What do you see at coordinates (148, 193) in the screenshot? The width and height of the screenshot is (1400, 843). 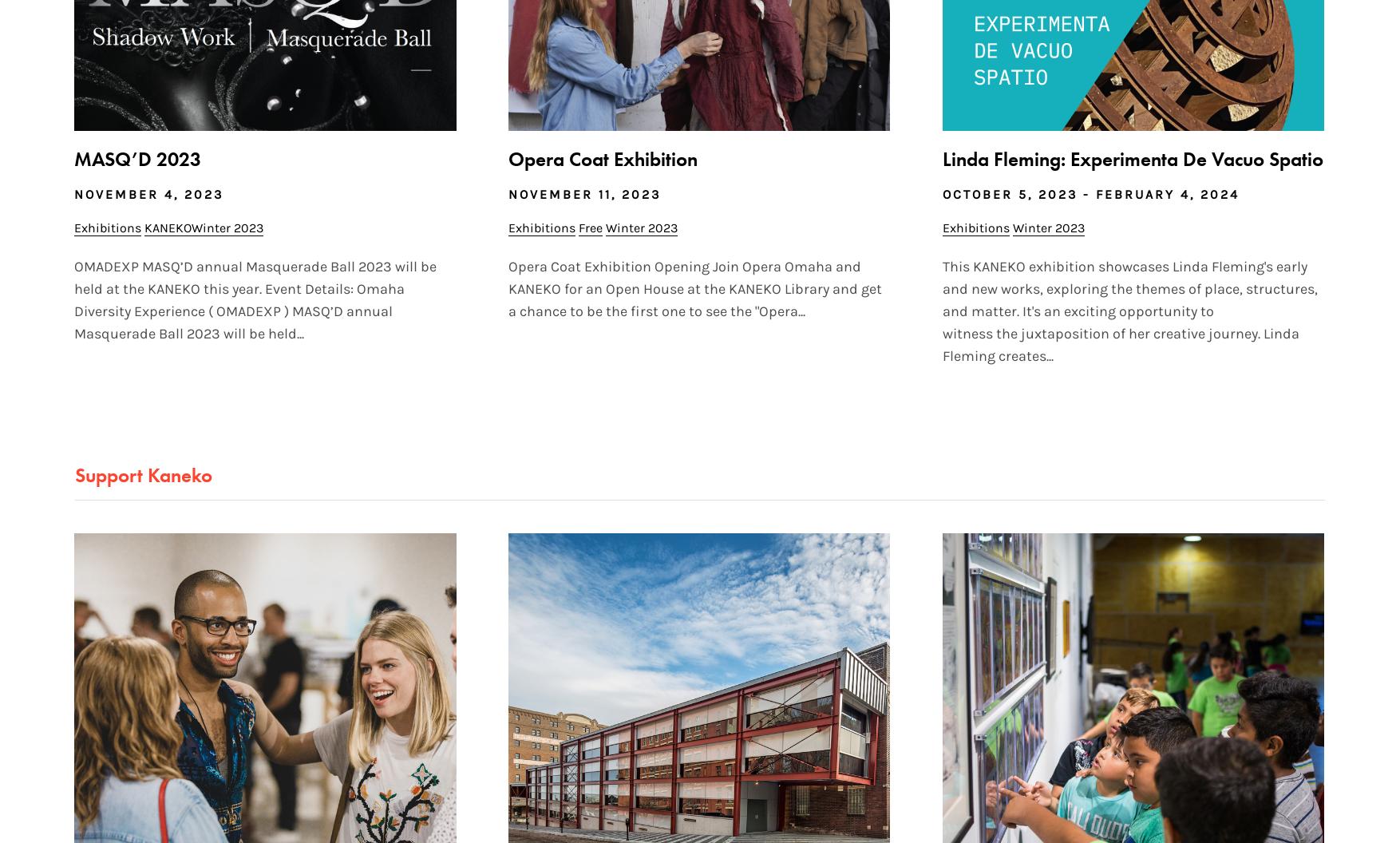 I see `'November 4, 2023'` at bounding box center [148, 193].